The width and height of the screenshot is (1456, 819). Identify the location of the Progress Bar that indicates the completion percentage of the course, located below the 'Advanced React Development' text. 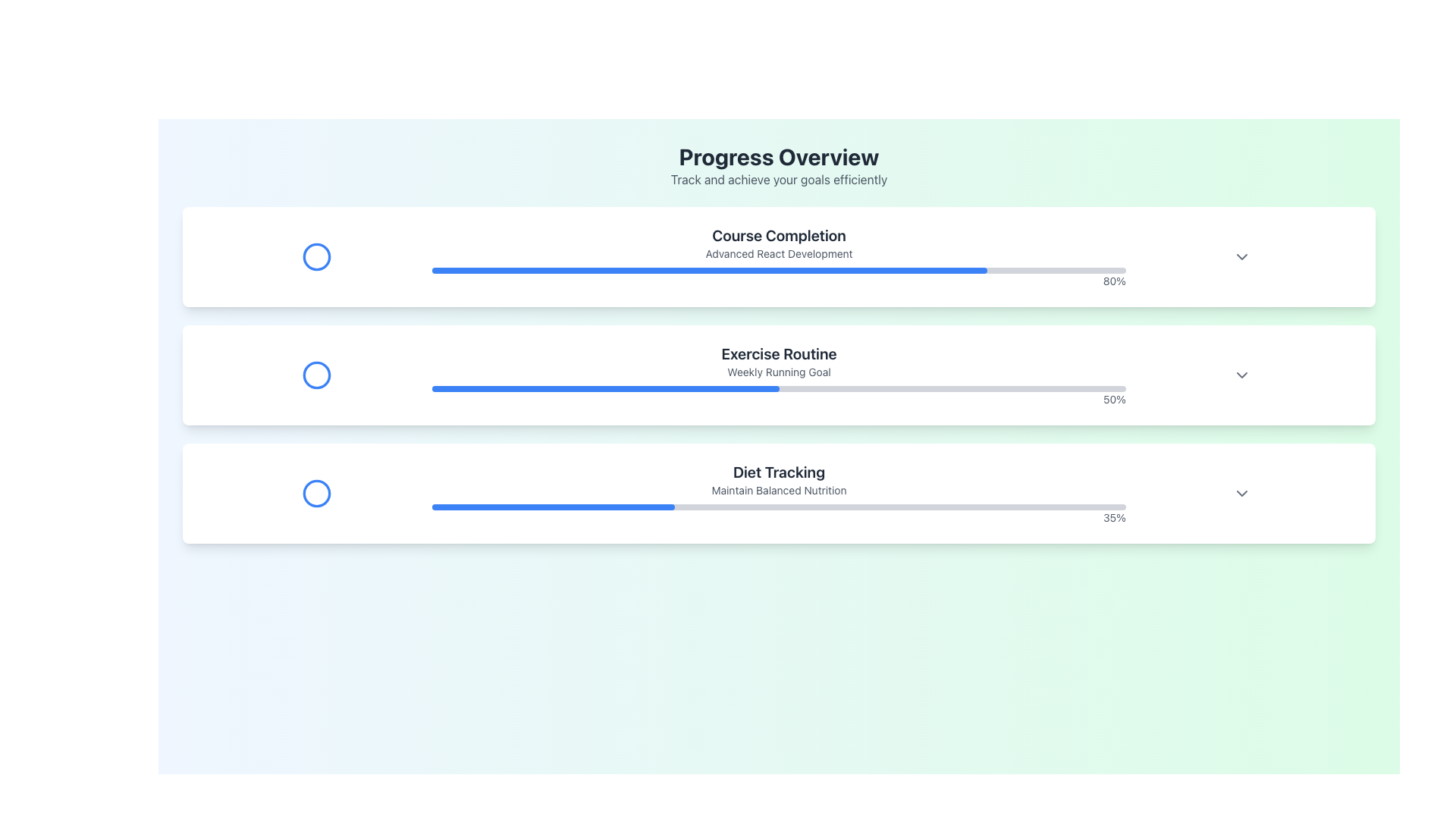
(779, 278).